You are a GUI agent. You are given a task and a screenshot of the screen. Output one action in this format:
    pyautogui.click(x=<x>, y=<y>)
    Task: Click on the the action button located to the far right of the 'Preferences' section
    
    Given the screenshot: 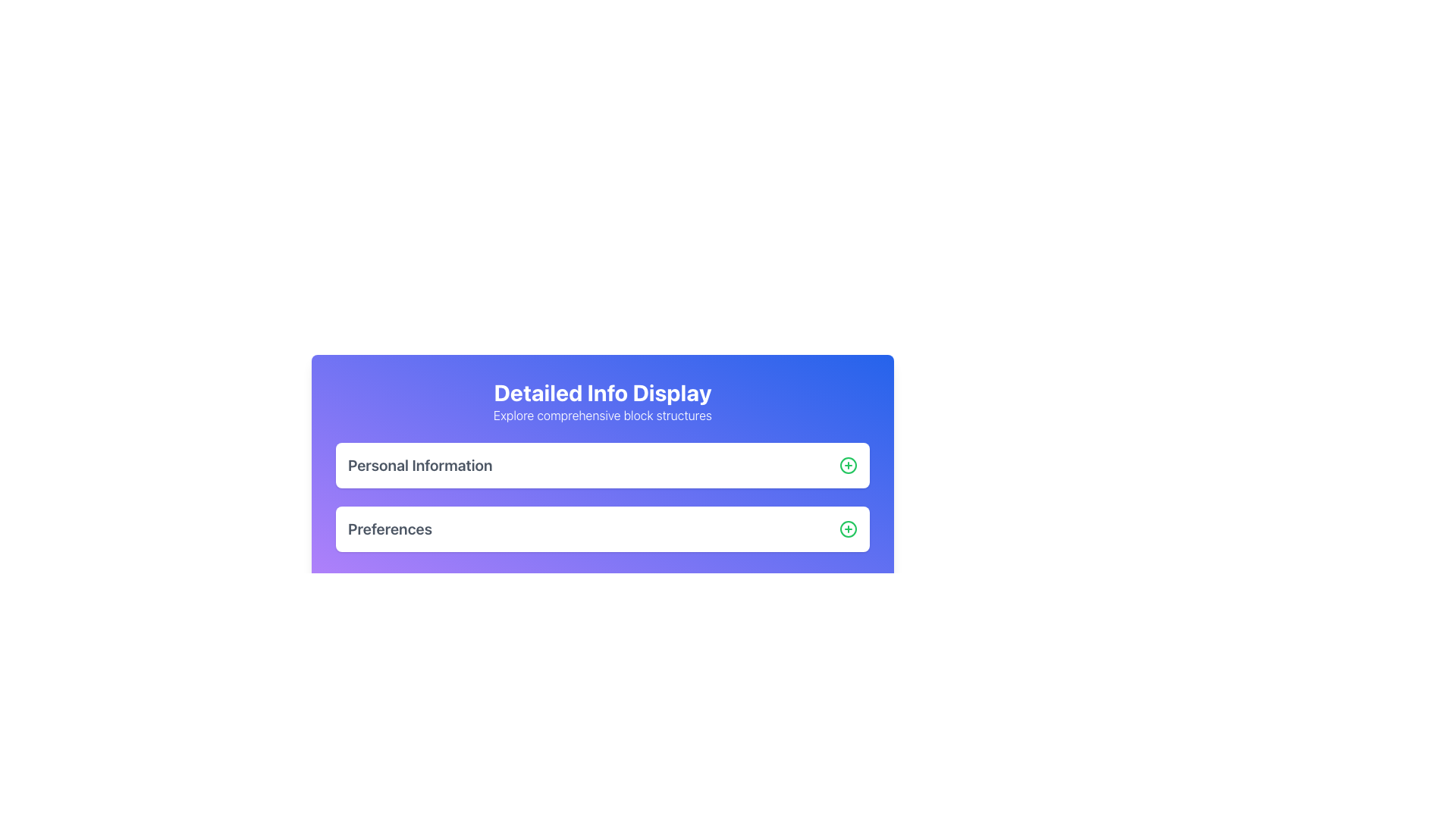 What is the action you would take?
    pyautogui.click(x=847, y=529)
    